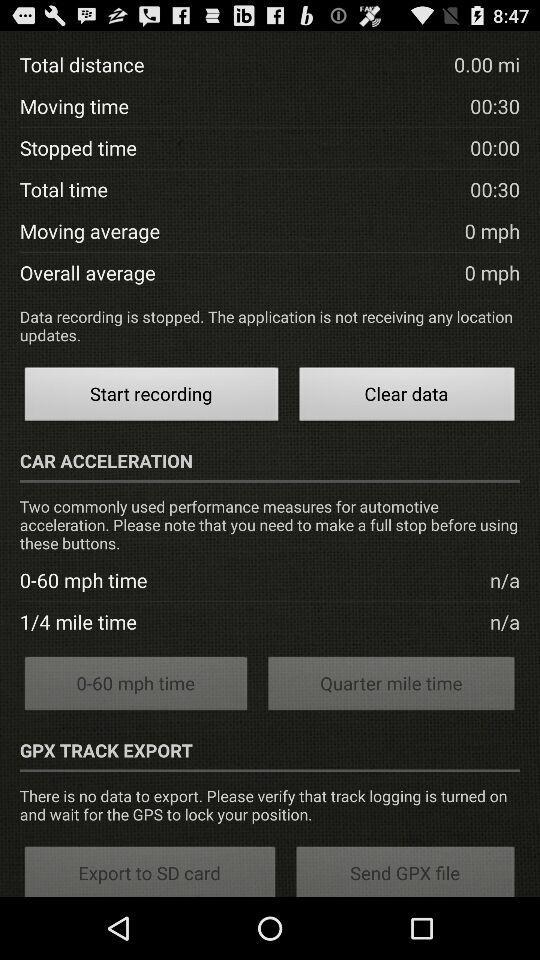 The image size is (540, 960). I want to click on the icon to the left of the clear data item, so click(150, 396).